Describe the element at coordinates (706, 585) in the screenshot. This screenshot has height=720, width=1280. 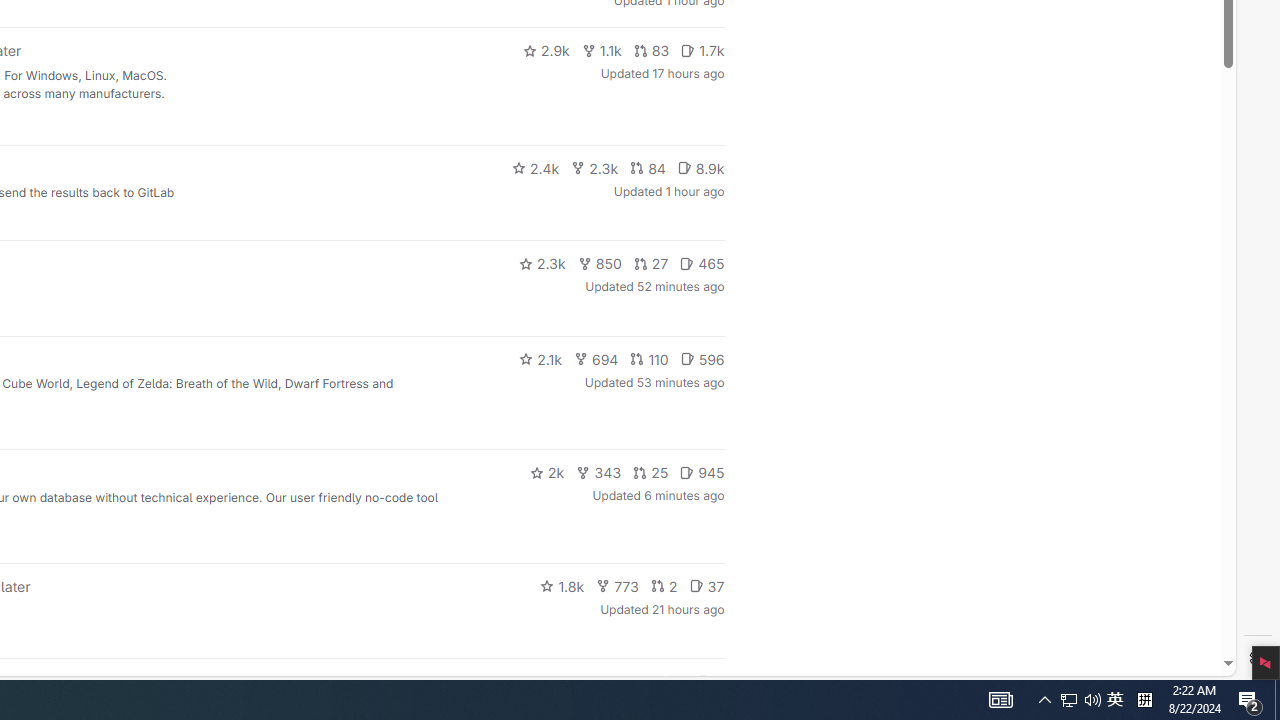
I see `'37'` at that location.